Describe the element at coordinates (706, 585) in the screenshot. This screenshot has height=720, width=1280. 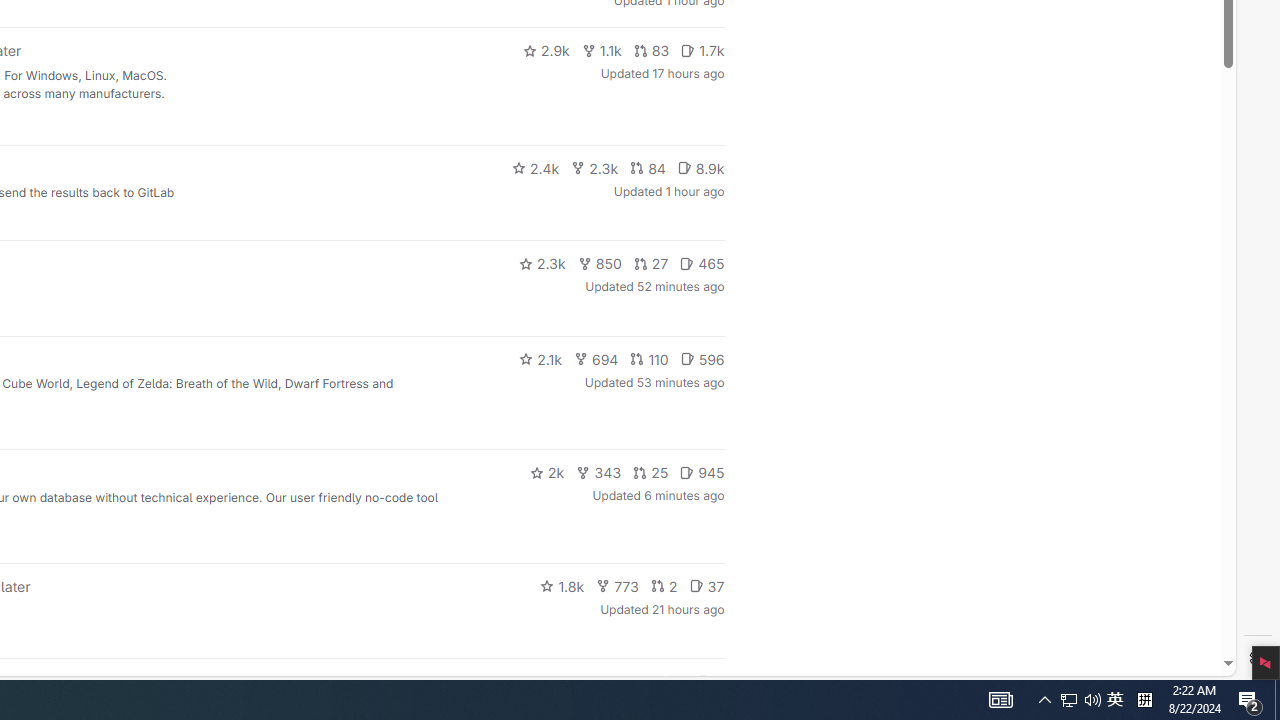
I see `'37'` at that location.